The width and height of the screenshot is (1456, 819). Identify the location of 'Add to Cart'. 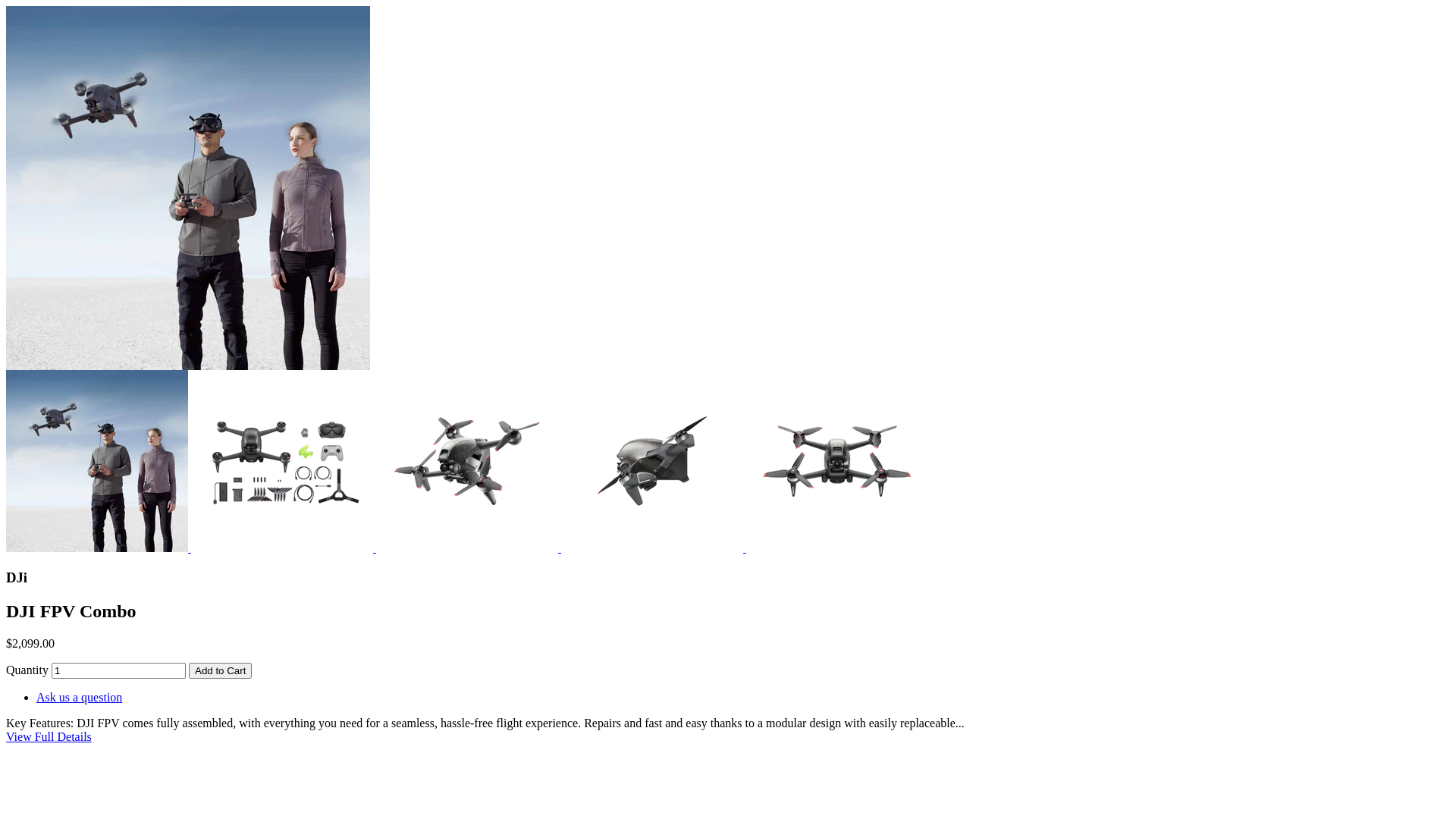
(219, 670).